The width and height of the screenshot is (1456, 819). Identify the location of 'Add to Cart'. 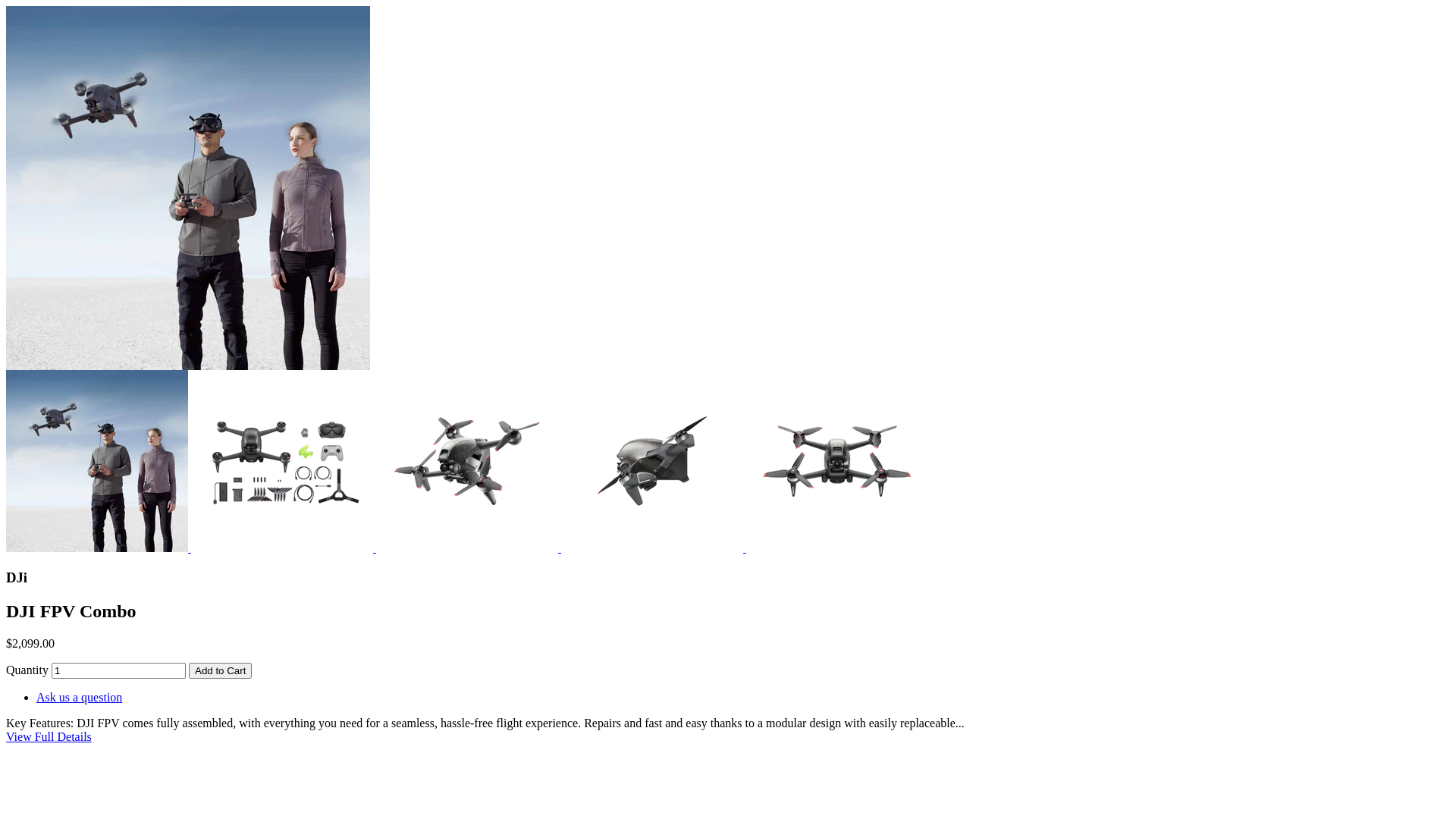
(219, 670).